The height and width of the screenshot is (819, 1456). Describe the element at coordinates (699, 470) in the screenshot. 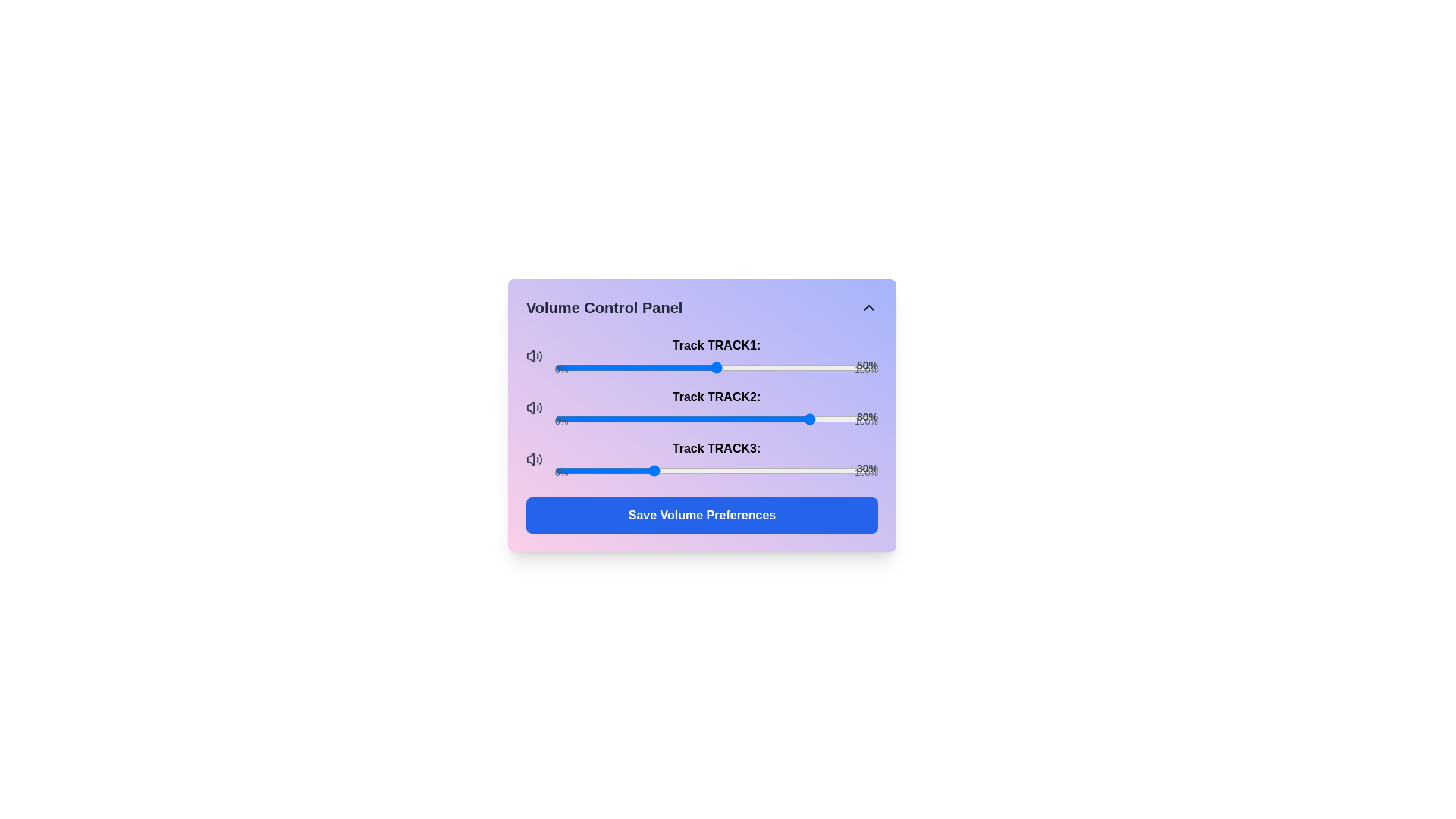

I see `the volume of Track TRACK3` at that location.